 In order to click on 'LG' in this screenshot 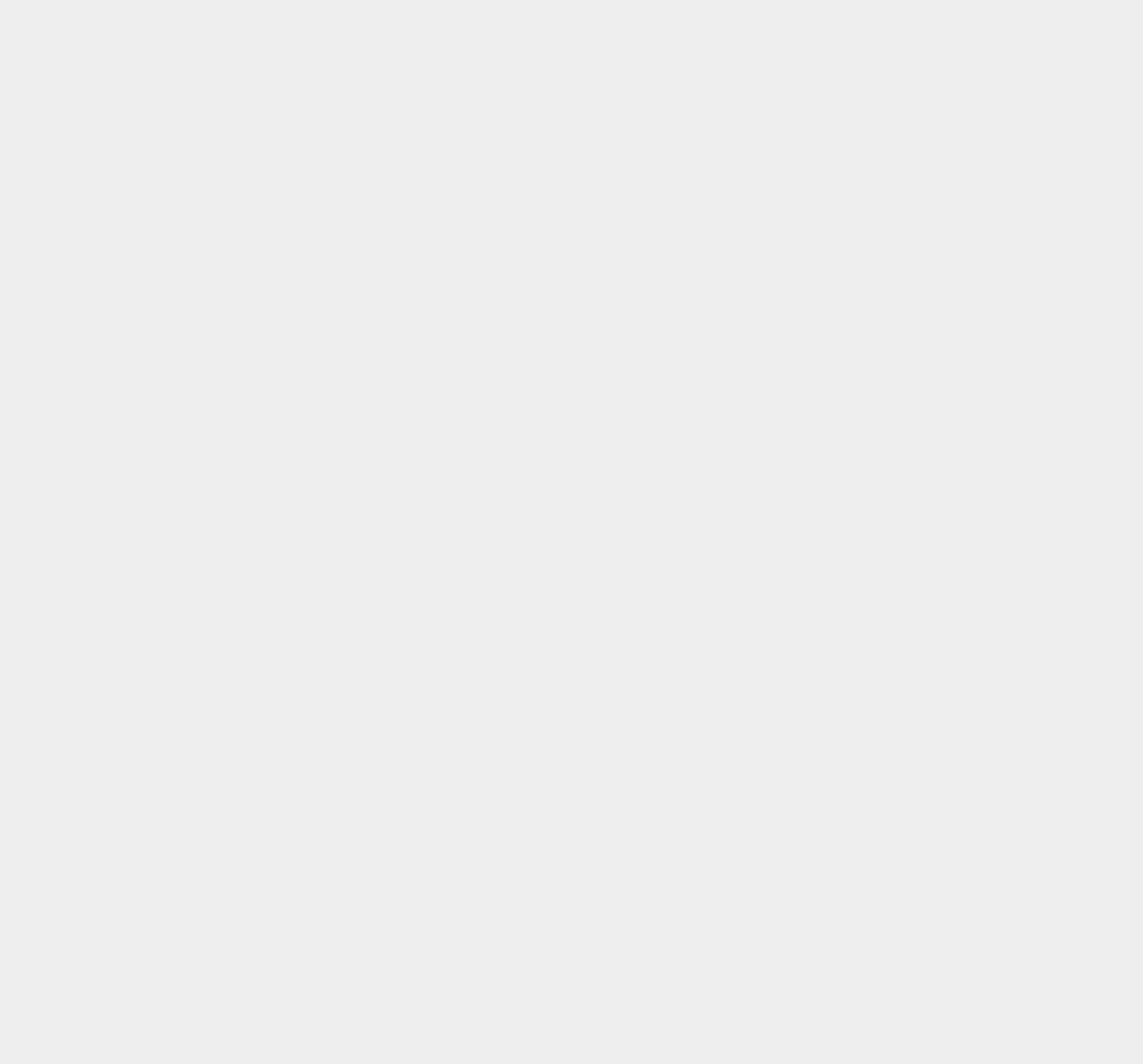, I will do `click(807, 194)`.